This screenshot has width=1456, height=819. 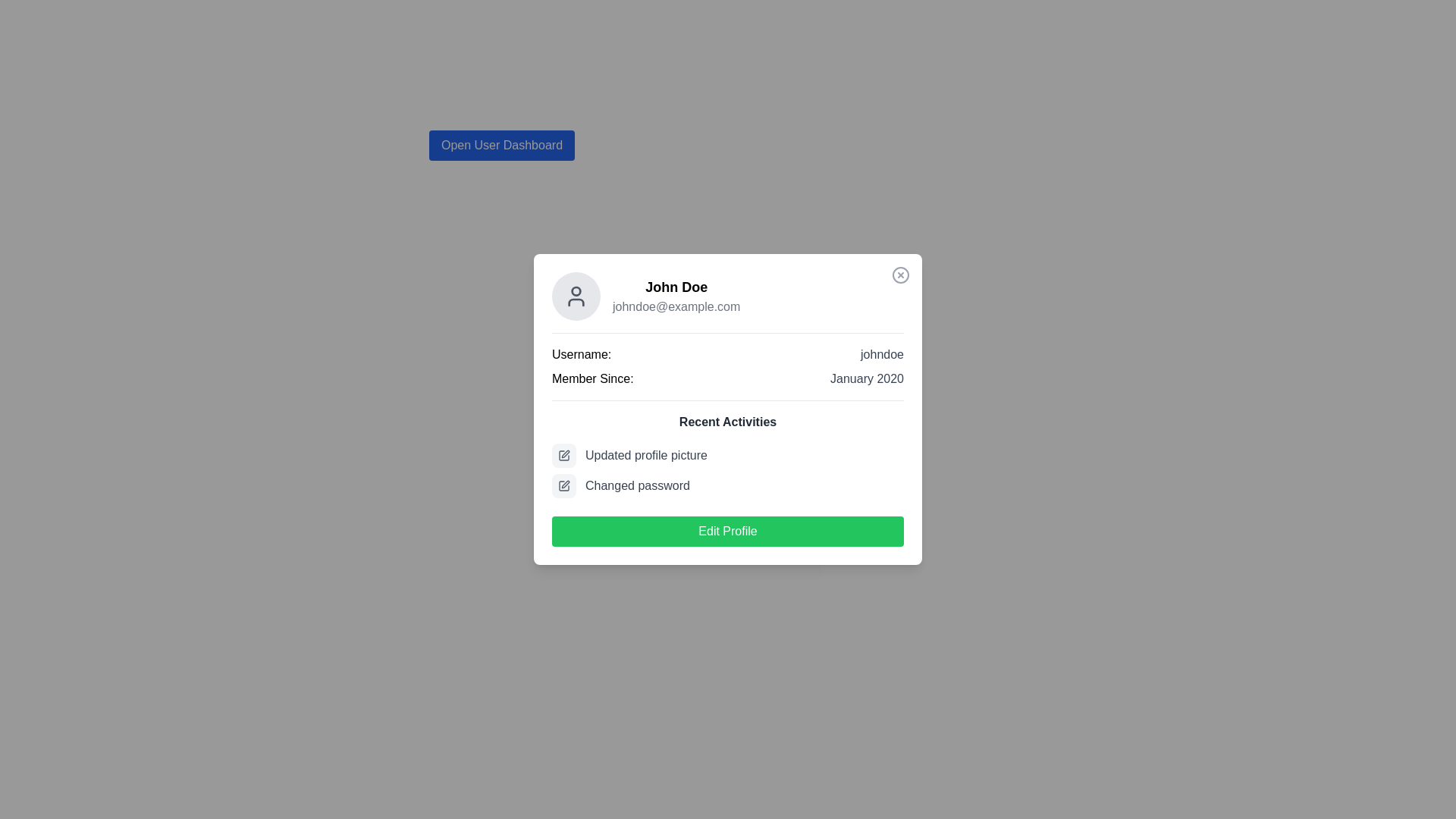 What do you see at coordinates (563, 485) in the screenshot?
I see `the icon button indicating the 'Changed password' action, which is positioned to the left of the text 'Changed password' in the 'Recent Activities' section` at bounding box center [563, 485].